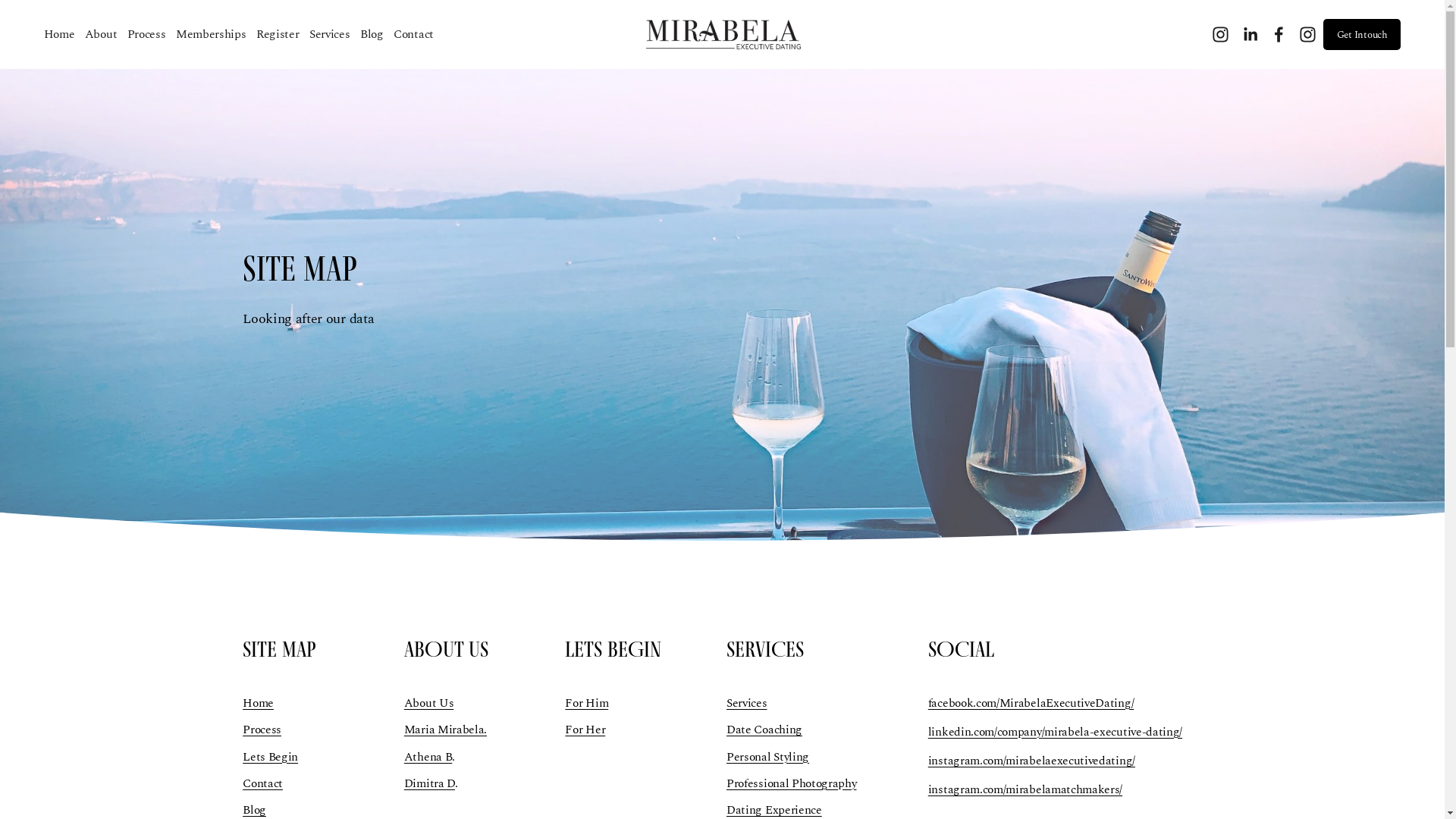  What do you see at coordinates (243, 702) in the screenshot?
I see `'Home'` at bounding box center [243, 702].